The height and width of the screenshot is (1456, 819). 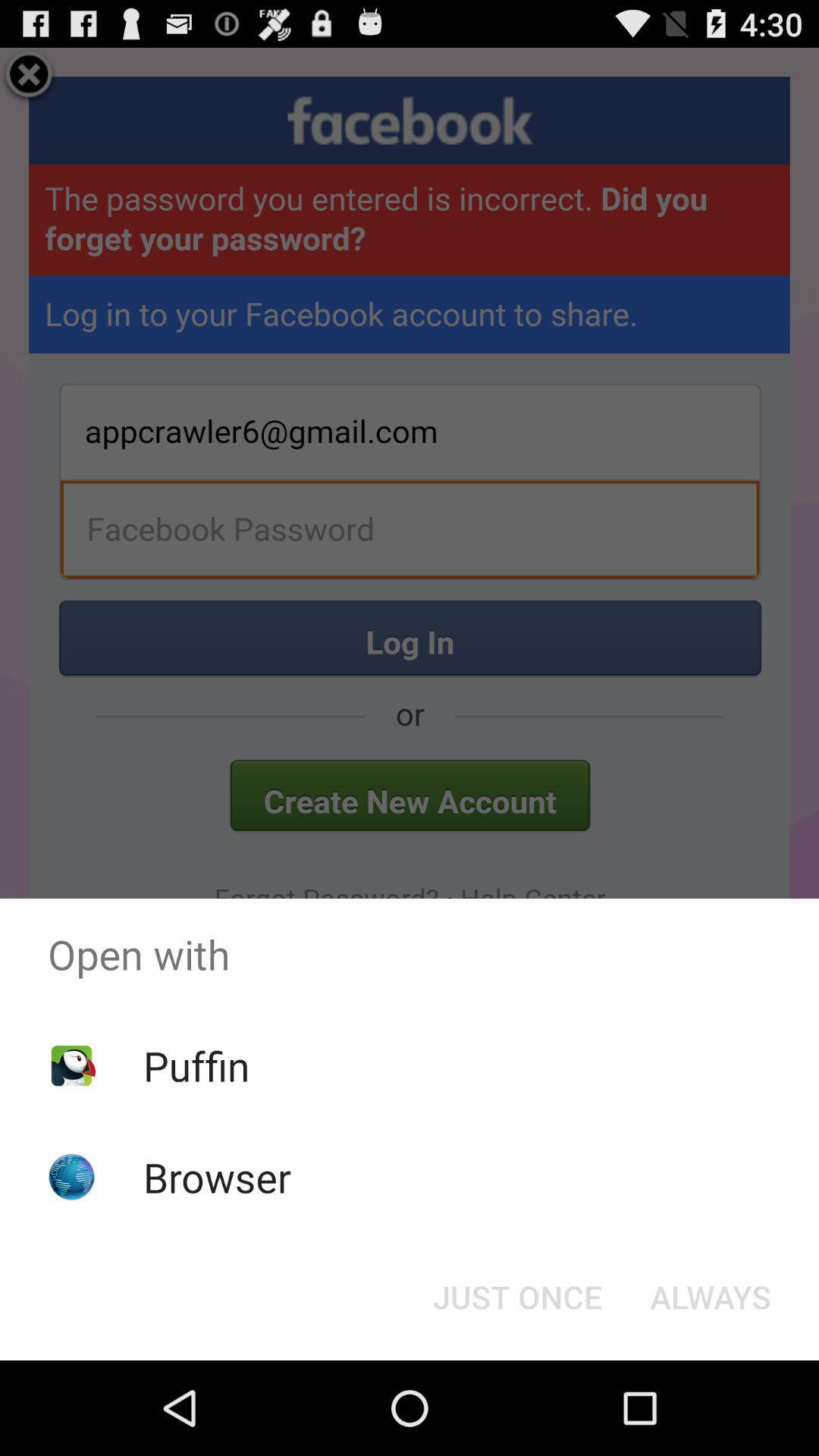 I want to click on the icon below open with icon, so click(x=196, y=1065).